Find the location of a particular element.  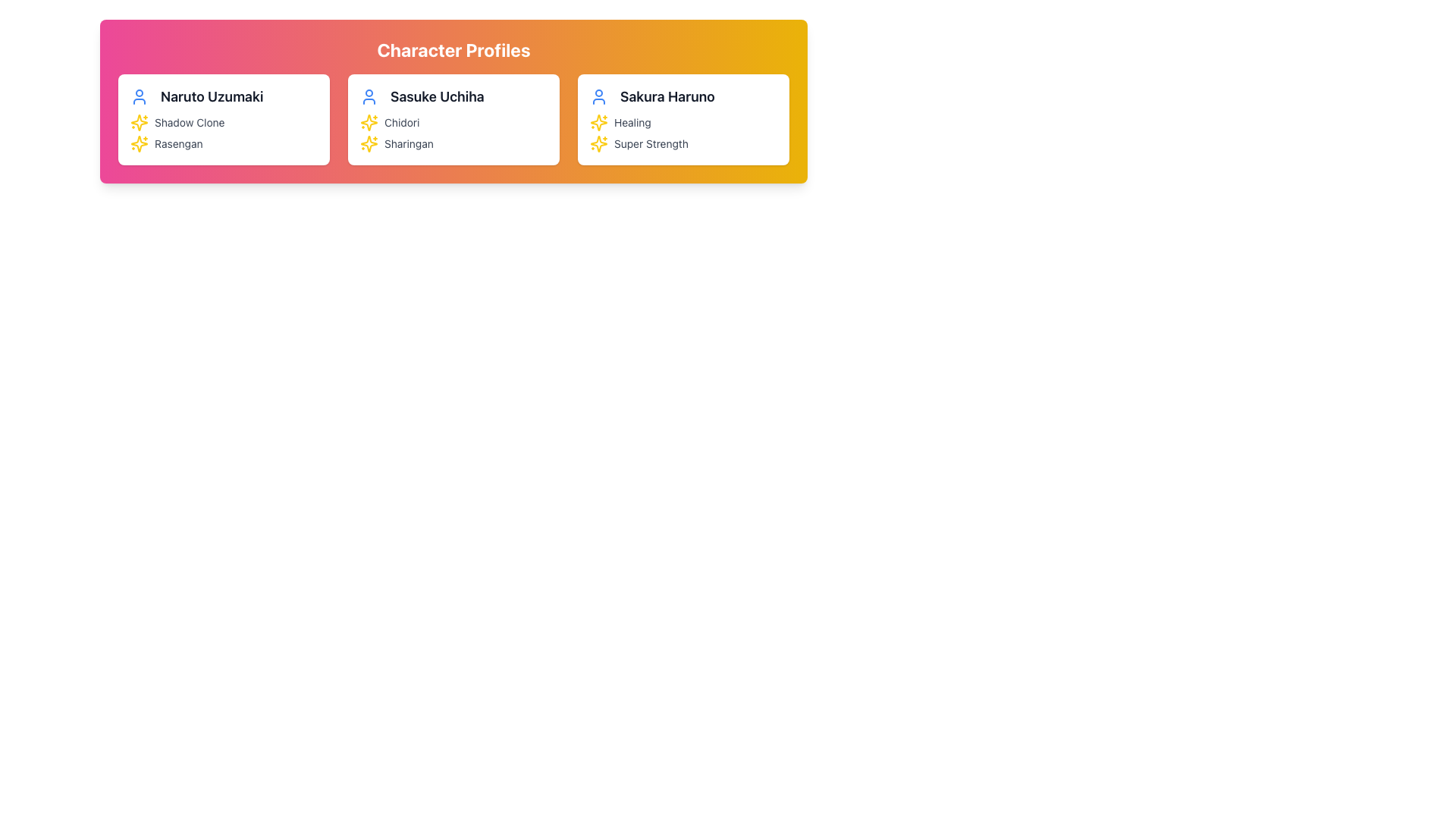

the icon that visually represents significance, located to the left of the 'Chidori' text within the 'Sasuke Uchiha' card is located at coordinates (369, 122).